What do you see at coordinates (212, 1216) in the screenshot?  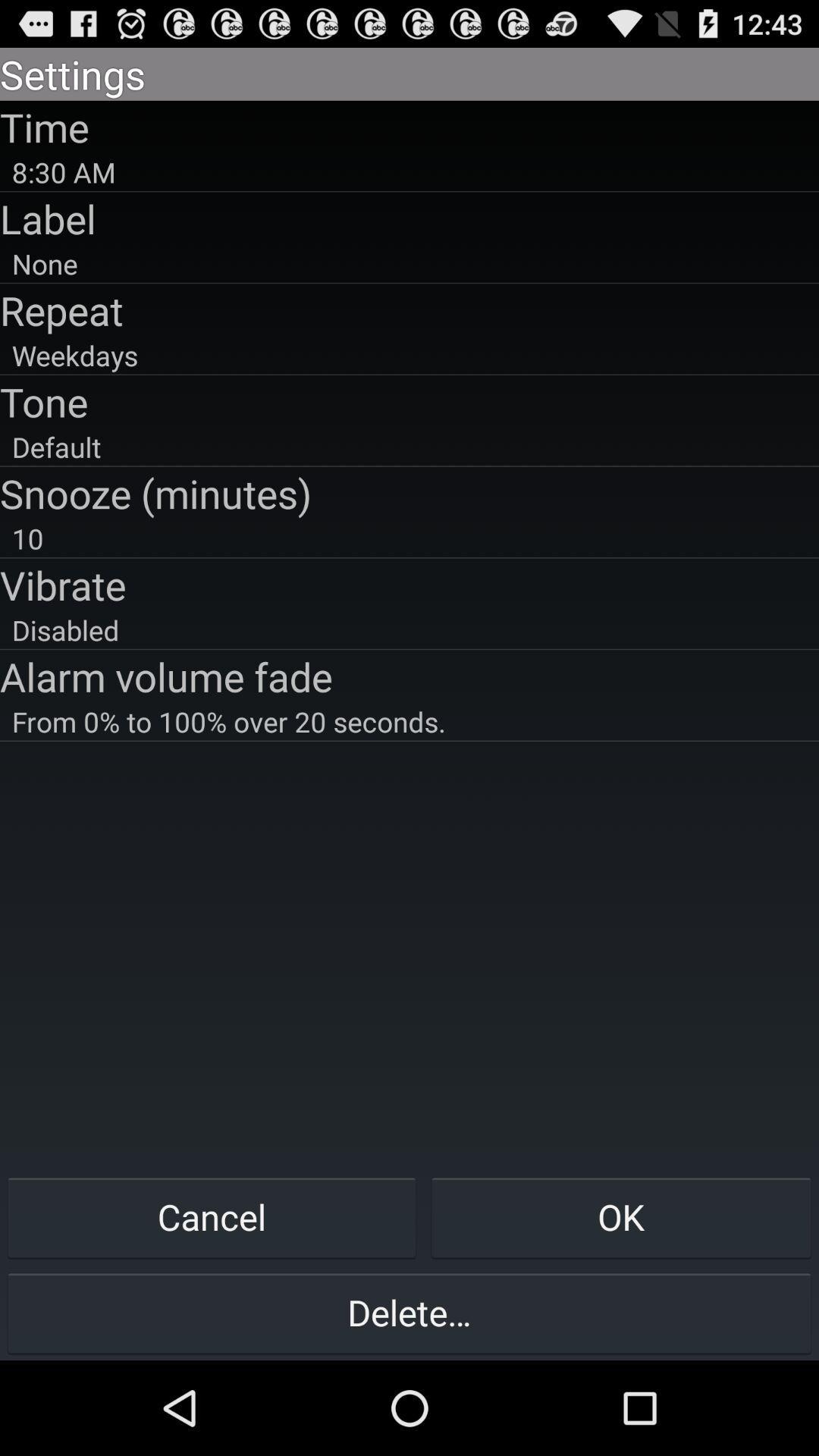 I see `the button to the left of ok` at bounding box center [212, 1216].